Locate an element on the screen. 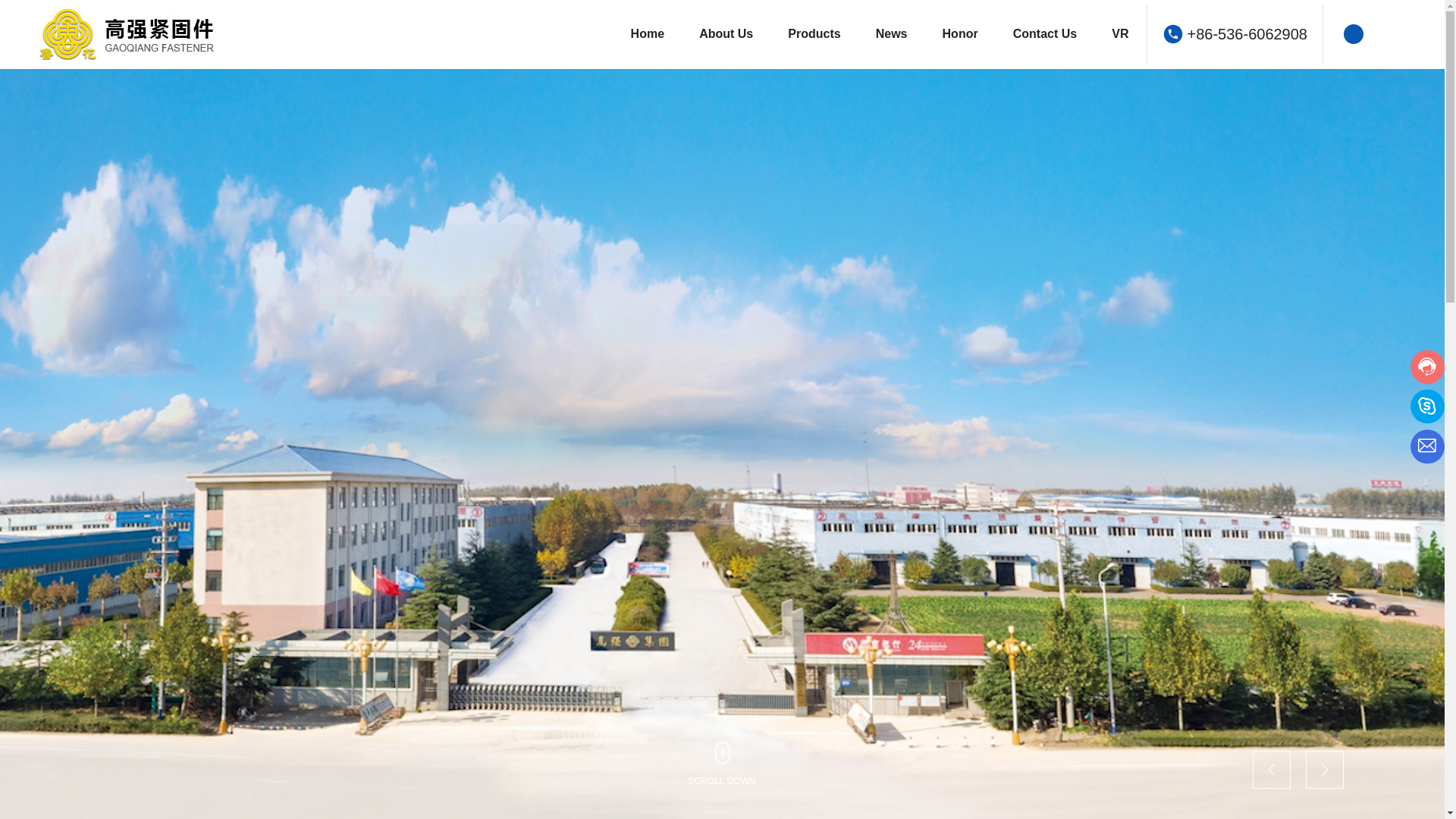 The width and height of the screenshot is (1456, 819). 'Contact Us' is located at coordinates (1044, 34).